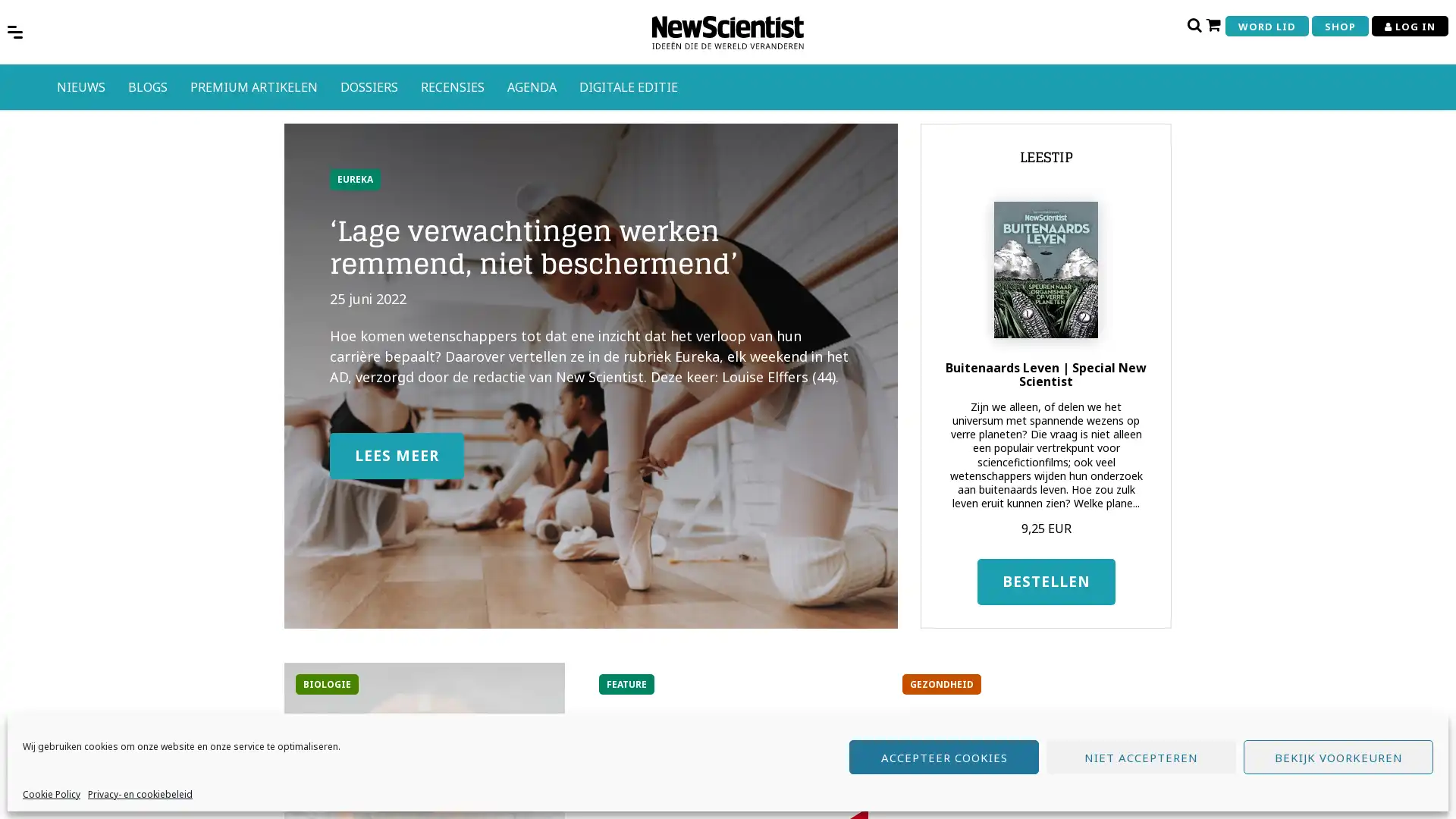 This screenshot has width=1456, height=819. Describe the element at coordinates (1193, 24) in the screenshot. I see `Open zoekbalk` at that location.